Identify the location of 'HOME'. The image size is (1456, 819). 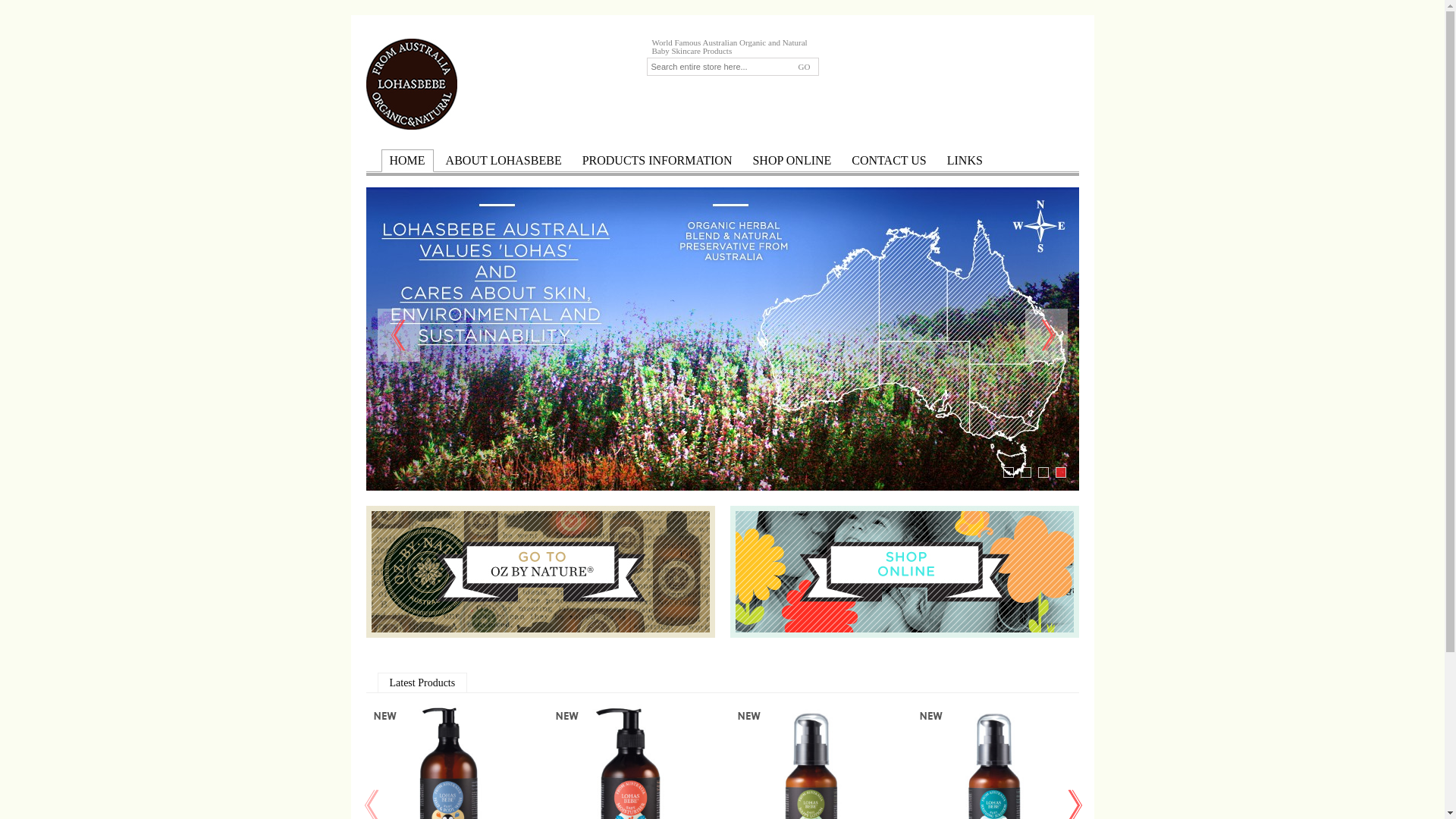
(407, 160).